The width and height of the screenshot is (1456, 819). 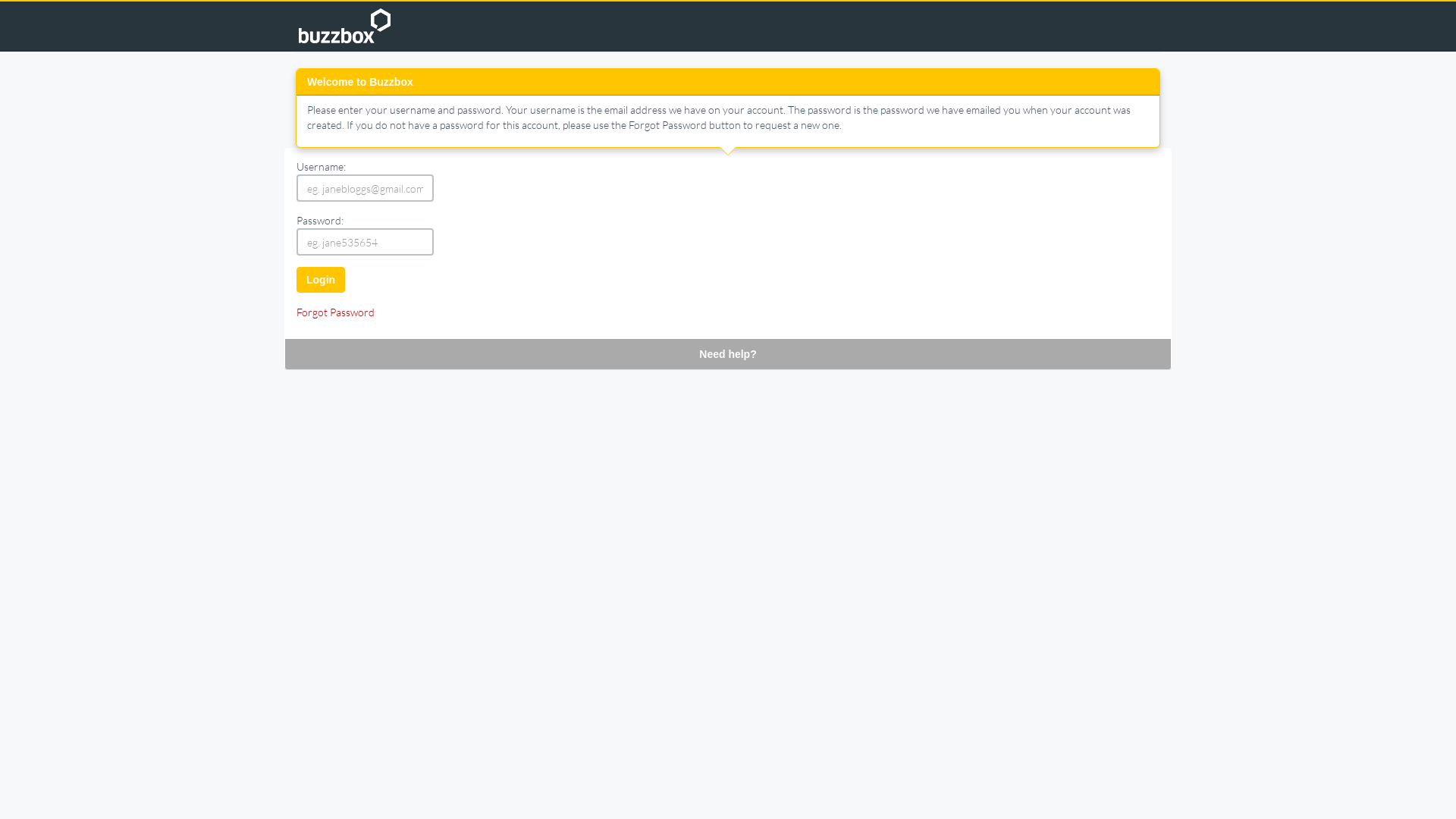 What do you see at coordinates (334, 311) in the screenshot?
I see `'Forgot Password'` at bounding box center [334, 311].